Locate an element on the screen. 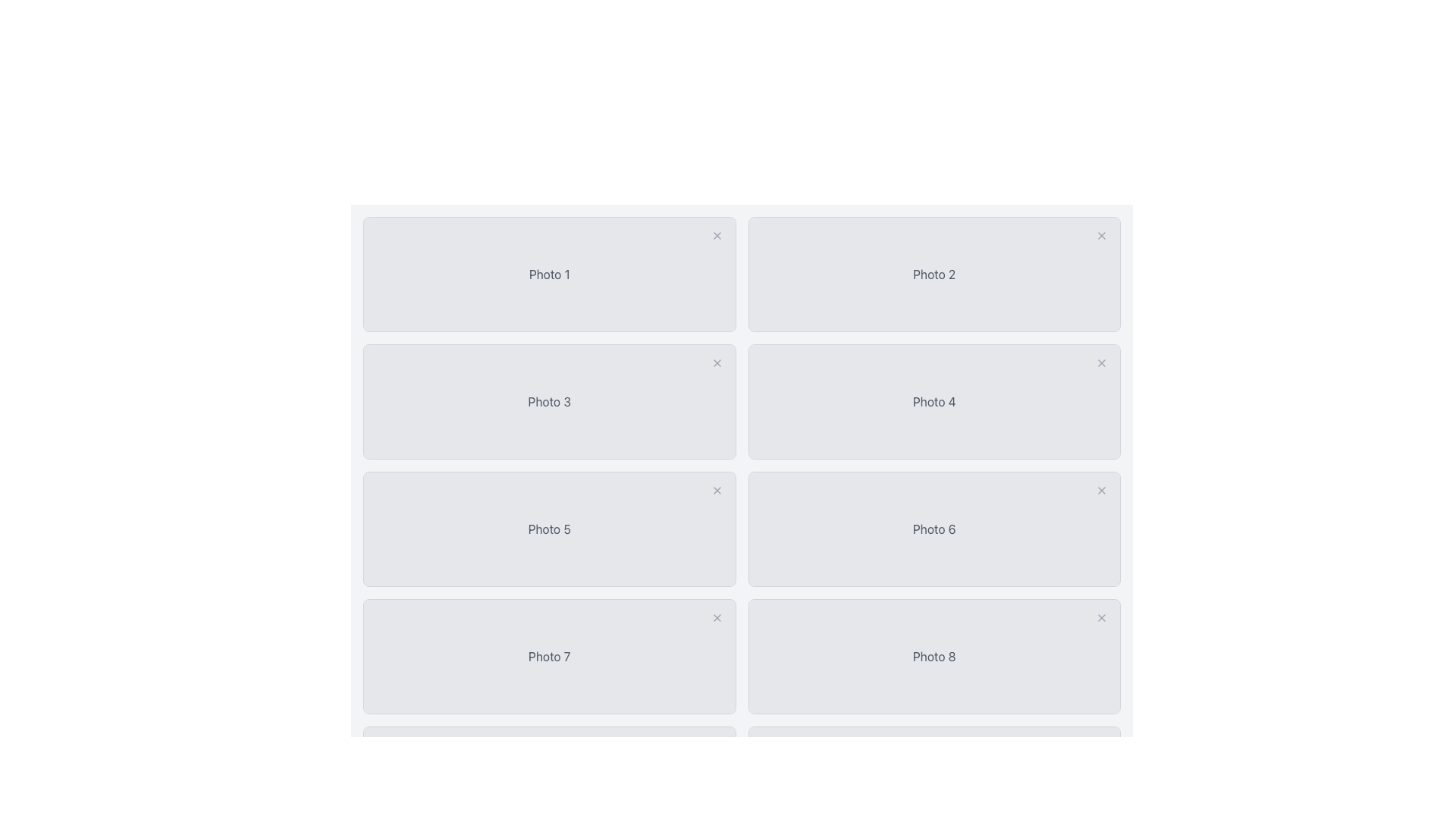  the close or delete icon button located in the top-right corner of the 'Photo 3' card is located at coordinates (716, 362).